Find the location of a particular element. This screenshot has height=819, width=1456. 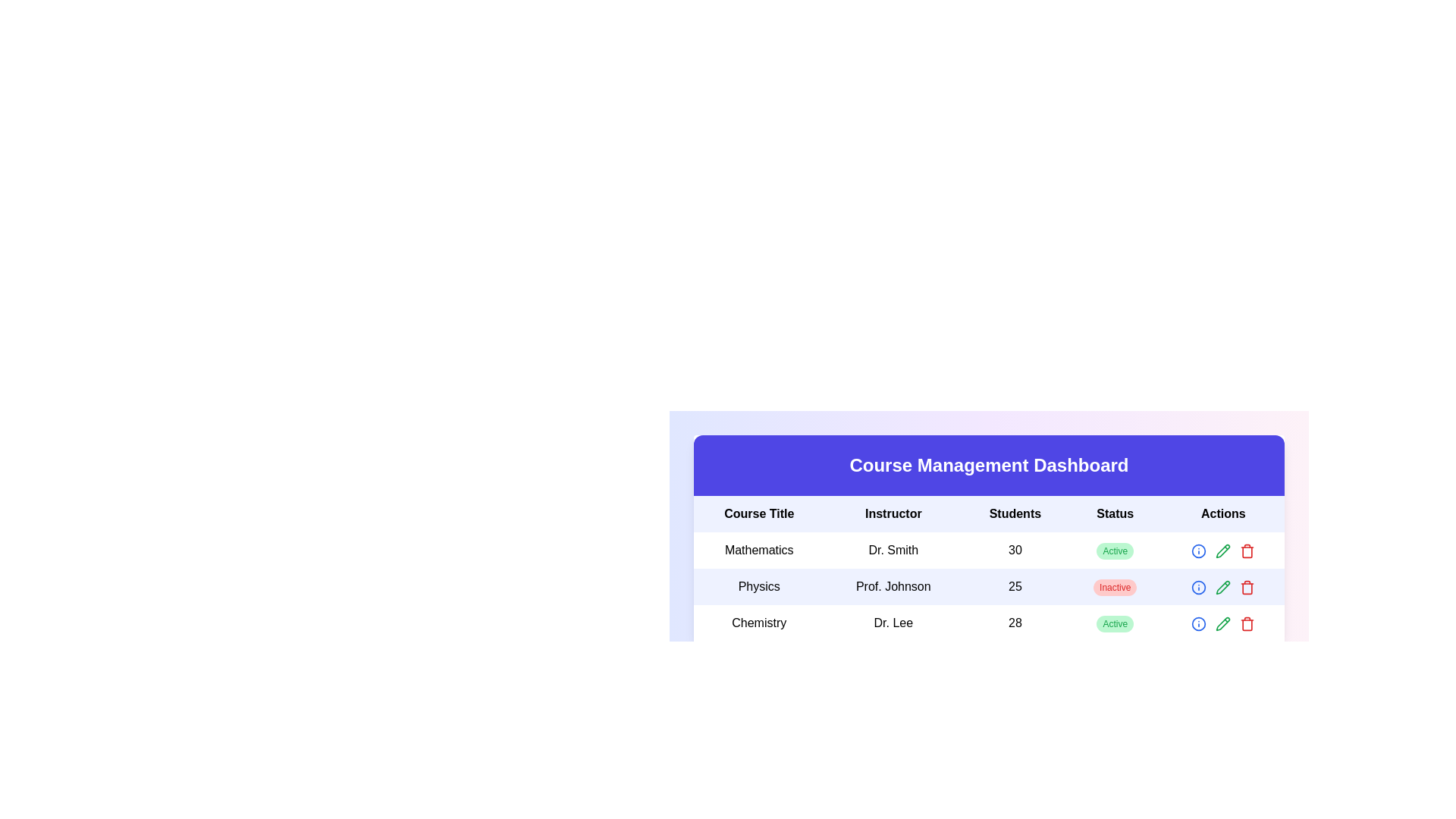

the text label indicating the course name, which is the first cell in a row directly below the 'Course Title' column header and to the left of 'Prof. Johnson' is located at coordinates (759, 586).